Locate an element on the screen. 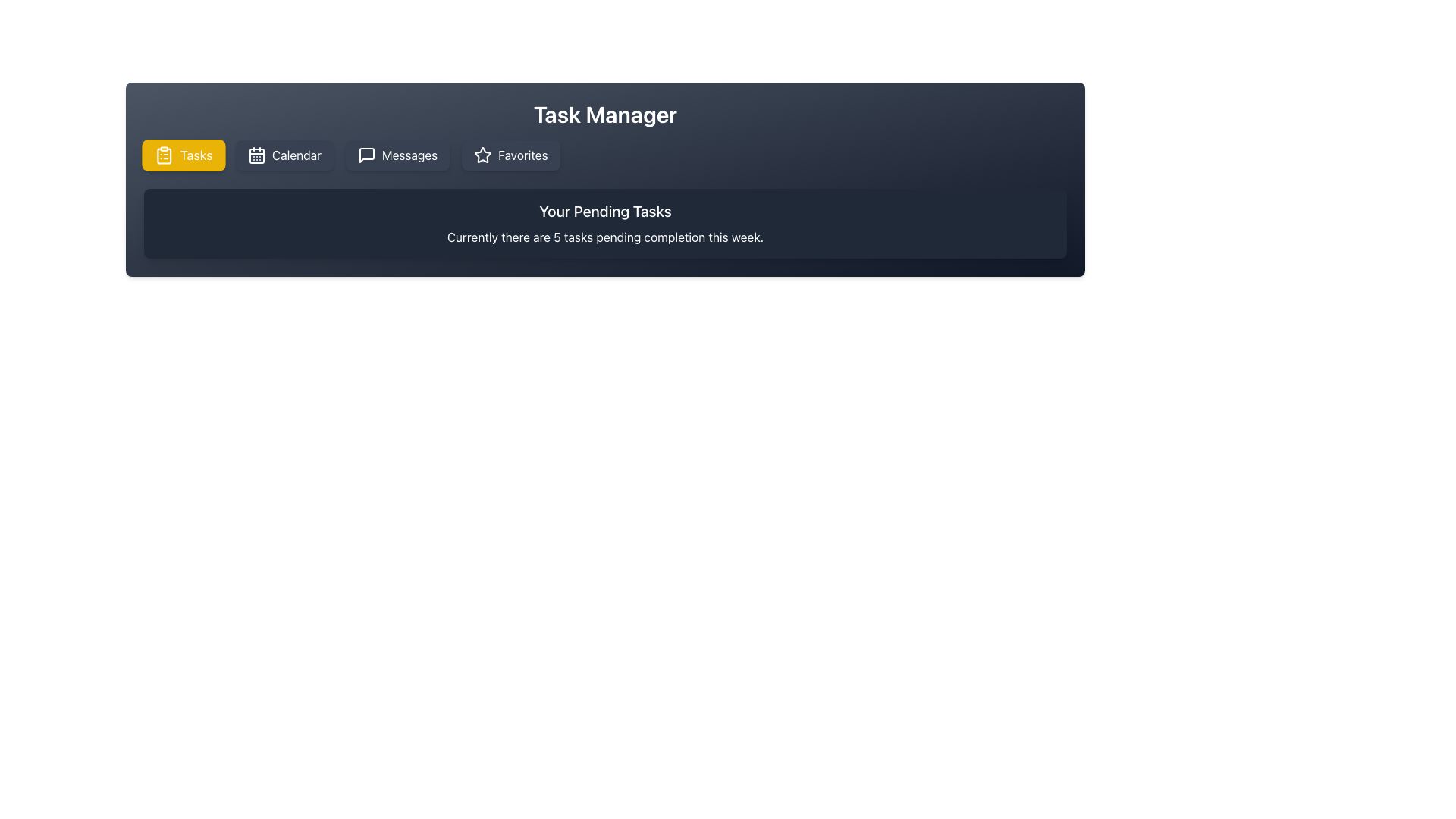 This screenshot has width=1456, height=819. the SVG icon representing a speech bubble in the navigation menu is located at coordinates (367, 155).